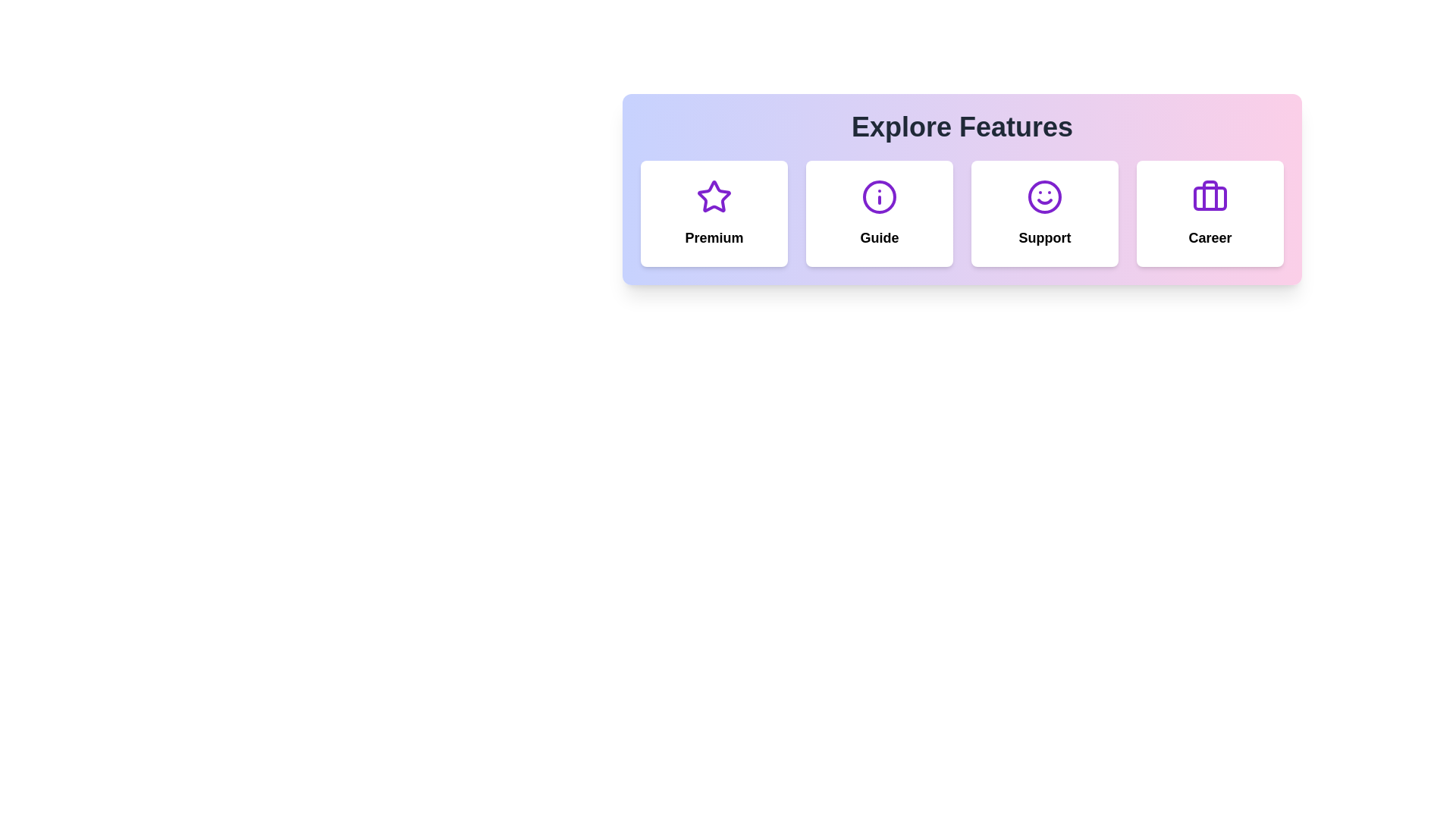 This screenshot has height=819, width=1456. Describe the element at coordinates (880, 196) in the screenshot. I see `the 'Guide' icon located in the center of the 'Guide' card under the 'Explore Features' heading` at that location.